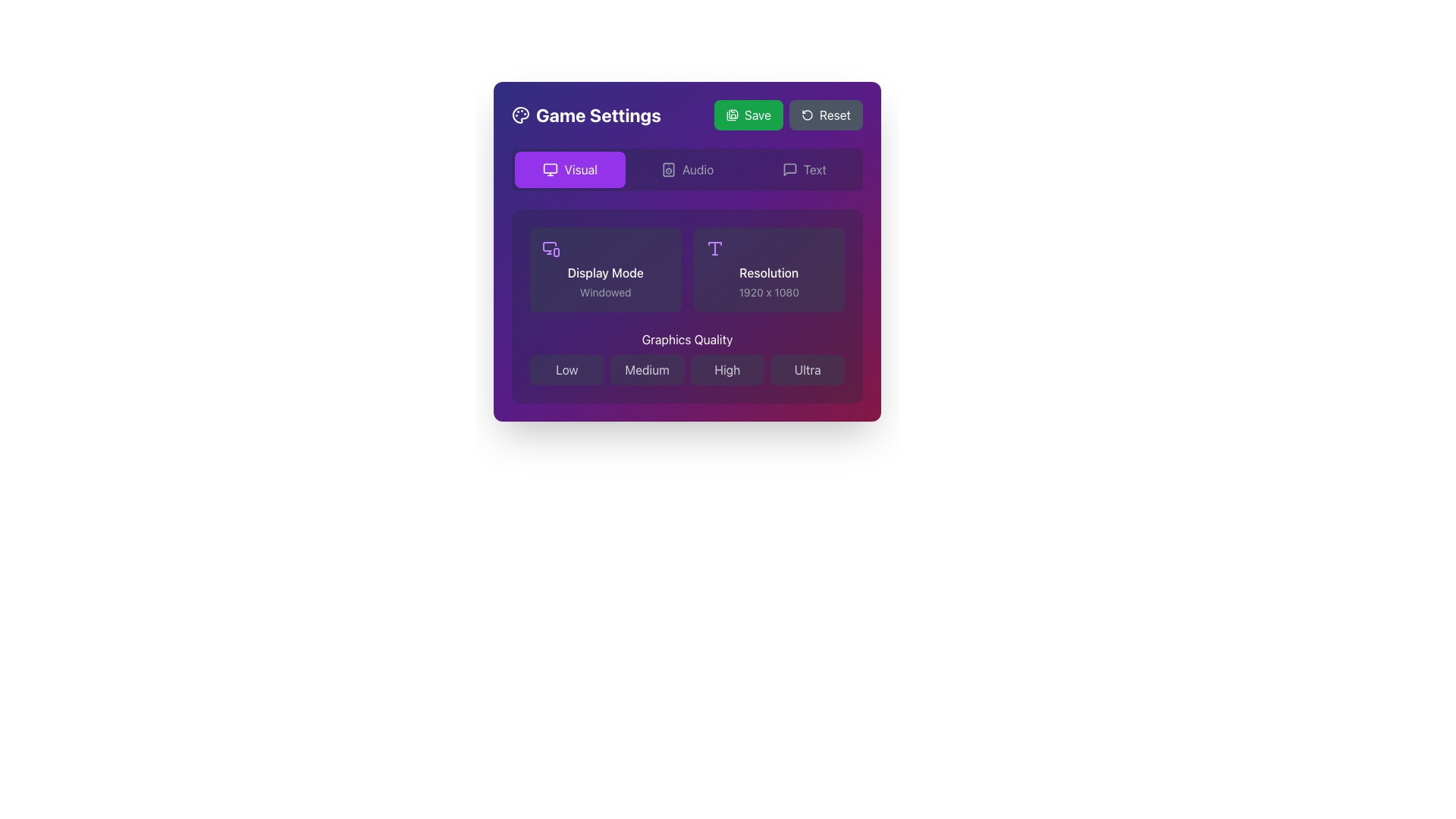  What do you see at coordinates (769, 292) in the screenshot?
I see `the text label displaying '1920 x 1080' located under the 'Resolution' label within the card layout` at bounding box center [769, 292].